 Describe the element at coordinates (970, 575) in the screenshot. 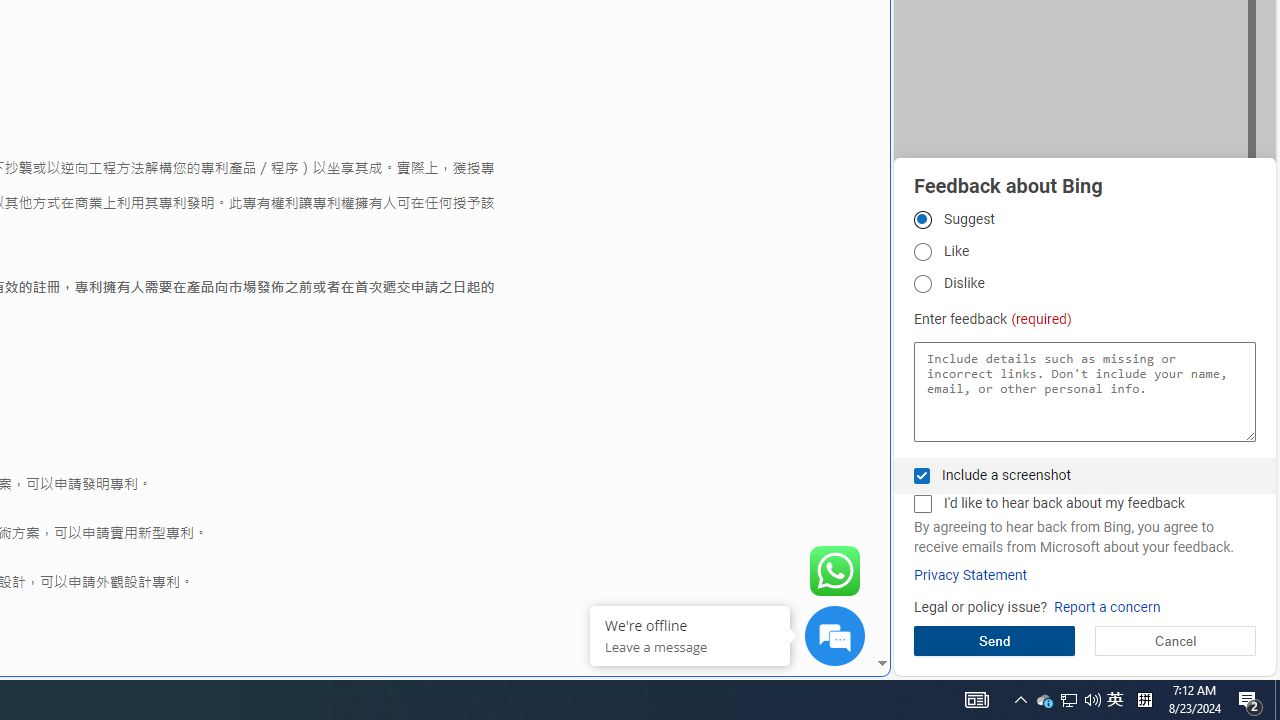

I see `'Privacy Statement'` at that location.